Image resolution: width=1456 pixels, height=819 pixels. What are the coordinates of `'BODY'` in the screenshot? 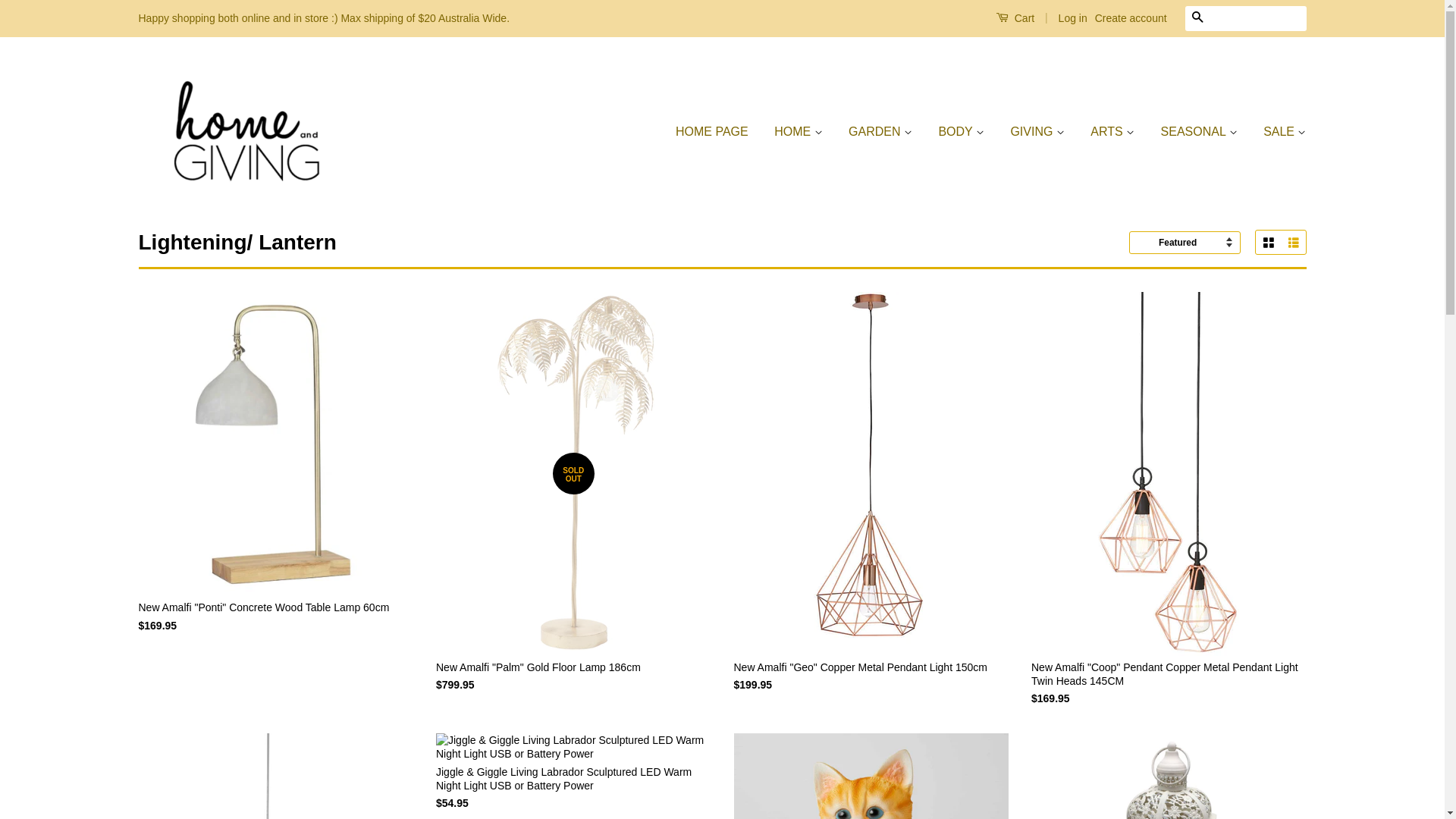 It's located at (960, 131).